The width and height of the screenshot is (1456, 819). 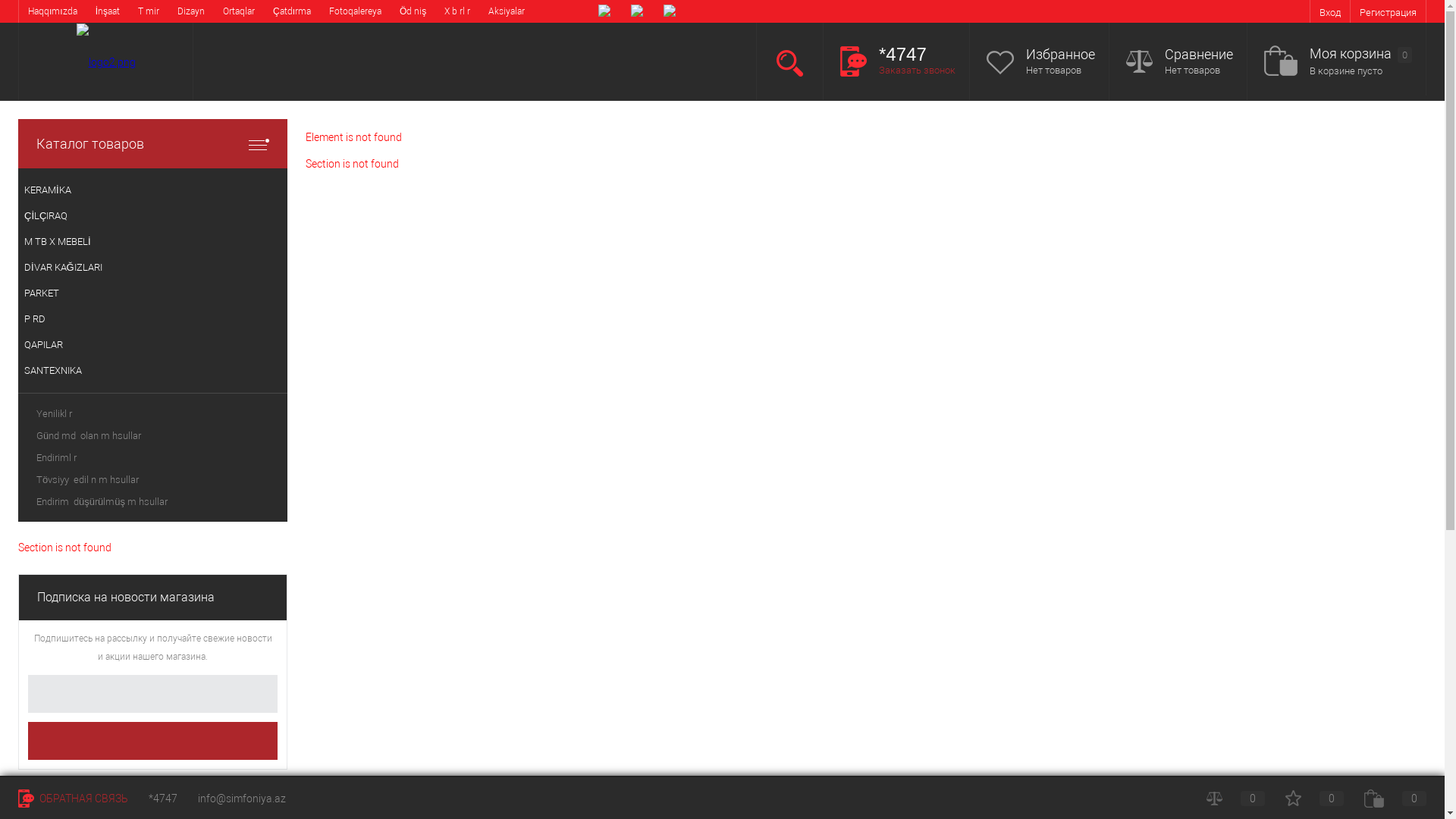 I want to click on 'QAPILAR', so click(x=152, y=345).